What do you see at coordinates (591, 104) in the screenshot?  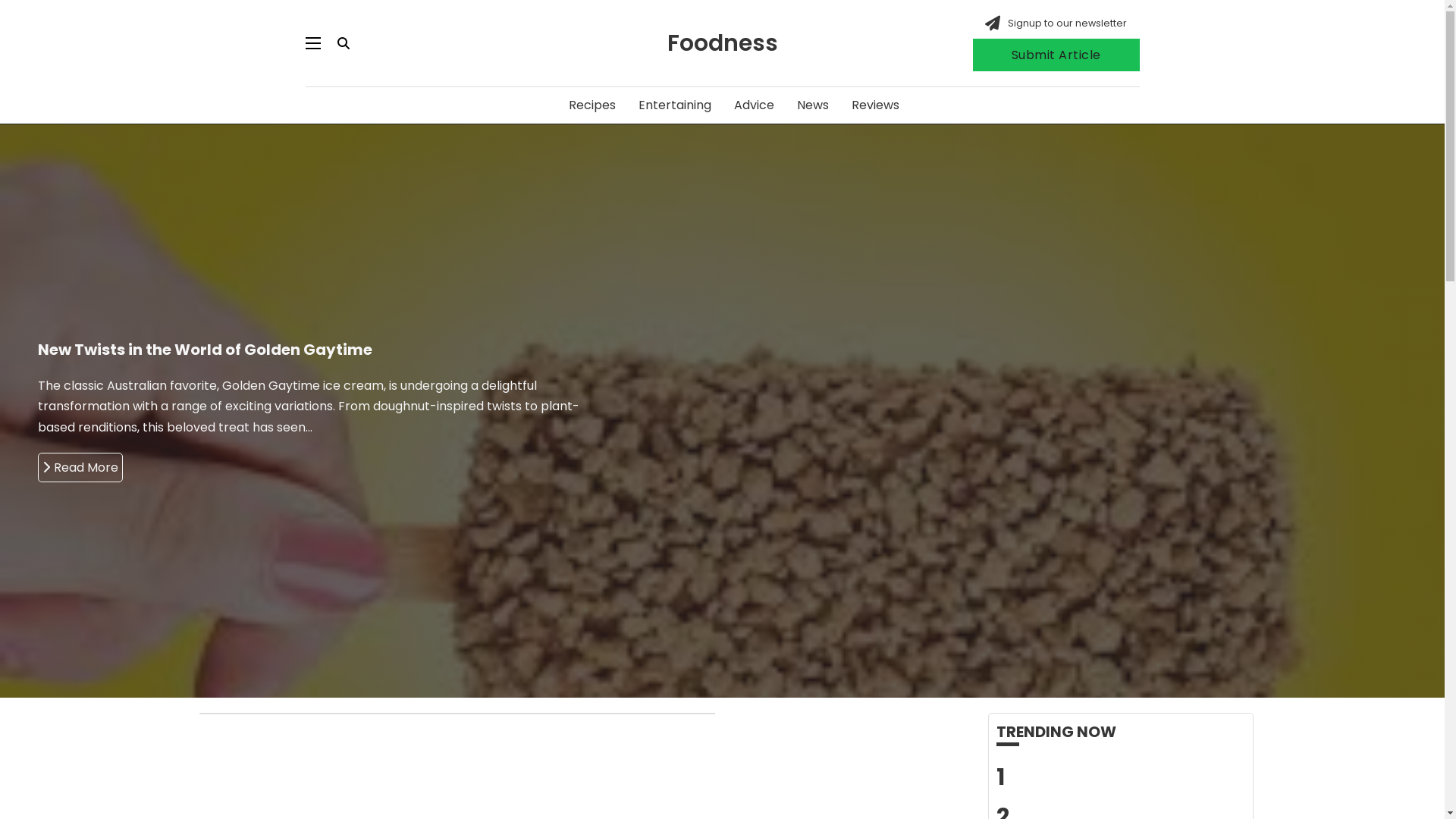 I see `'Recipes'` at bounding box center [591, 104].